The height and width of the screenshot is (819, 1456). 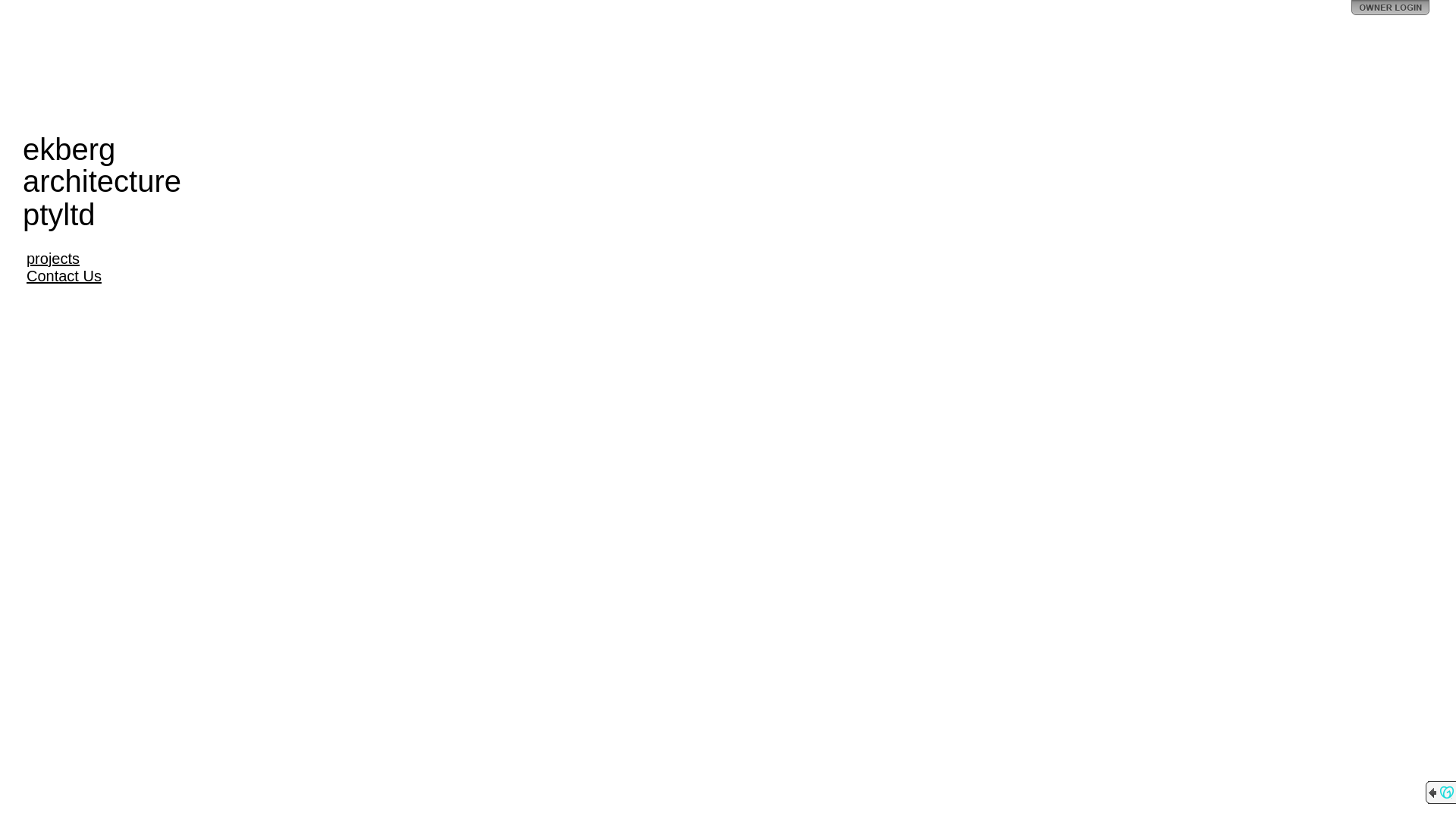 I want to click on 'projects', so click(x=53, y=257).